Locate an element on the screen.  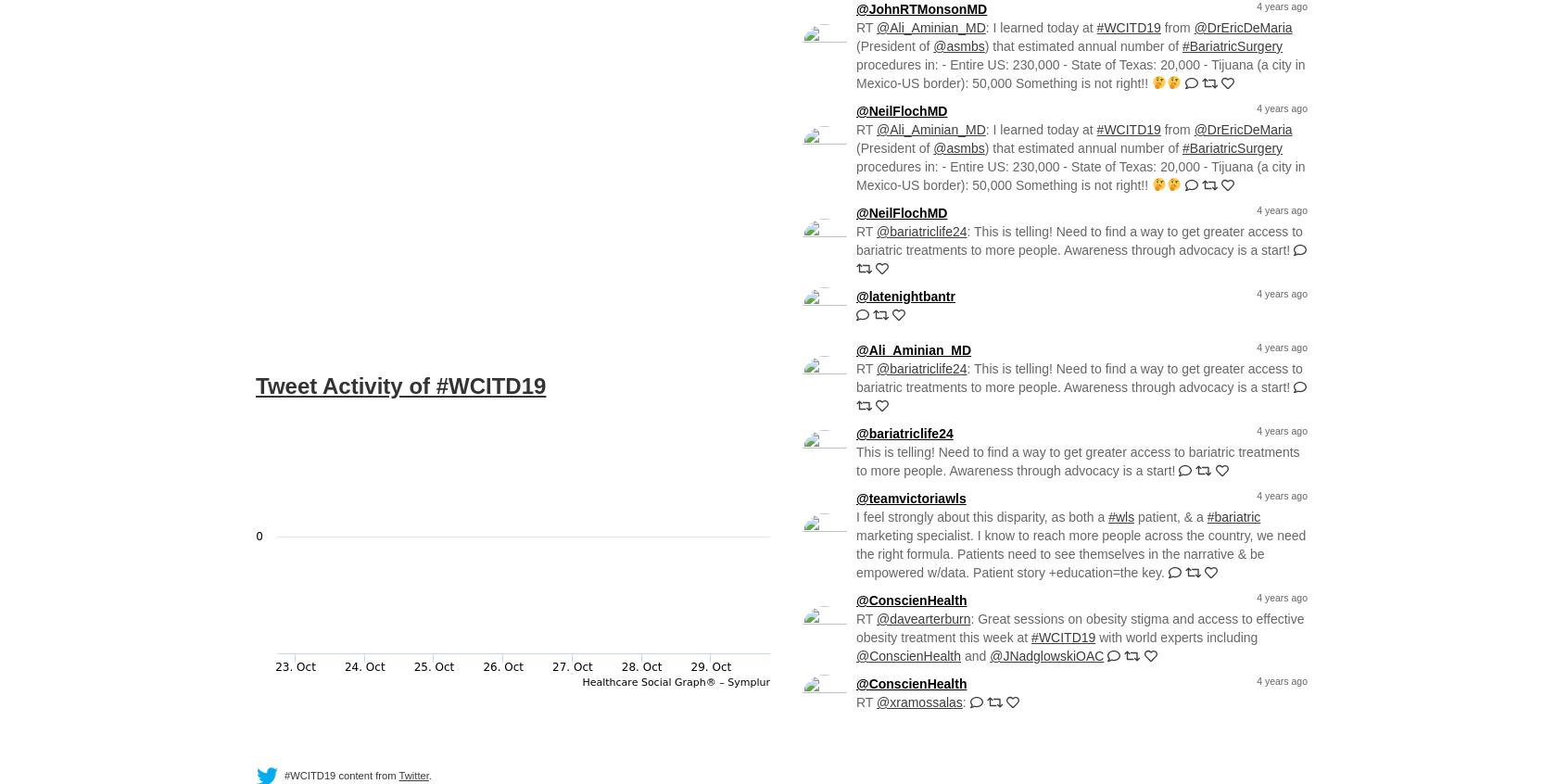
'patient, & a' is located at coordinates (1170, 517).